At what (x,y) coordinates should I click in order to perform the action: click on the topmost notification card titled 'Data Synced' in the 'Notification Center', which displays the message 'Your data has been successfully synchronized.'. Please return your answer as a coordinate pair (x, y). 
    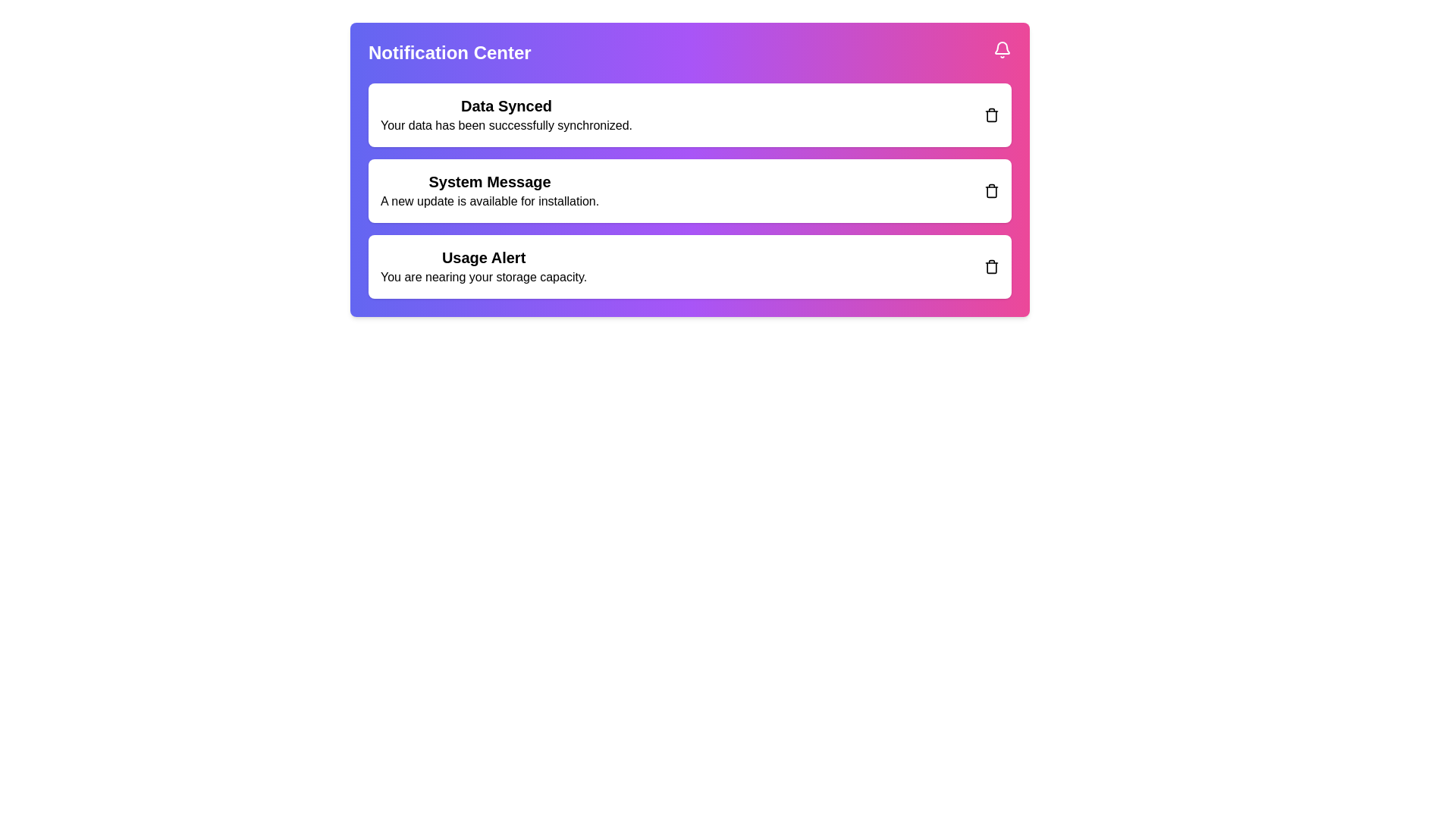
    Looking at the image, I should click on (689, 114).